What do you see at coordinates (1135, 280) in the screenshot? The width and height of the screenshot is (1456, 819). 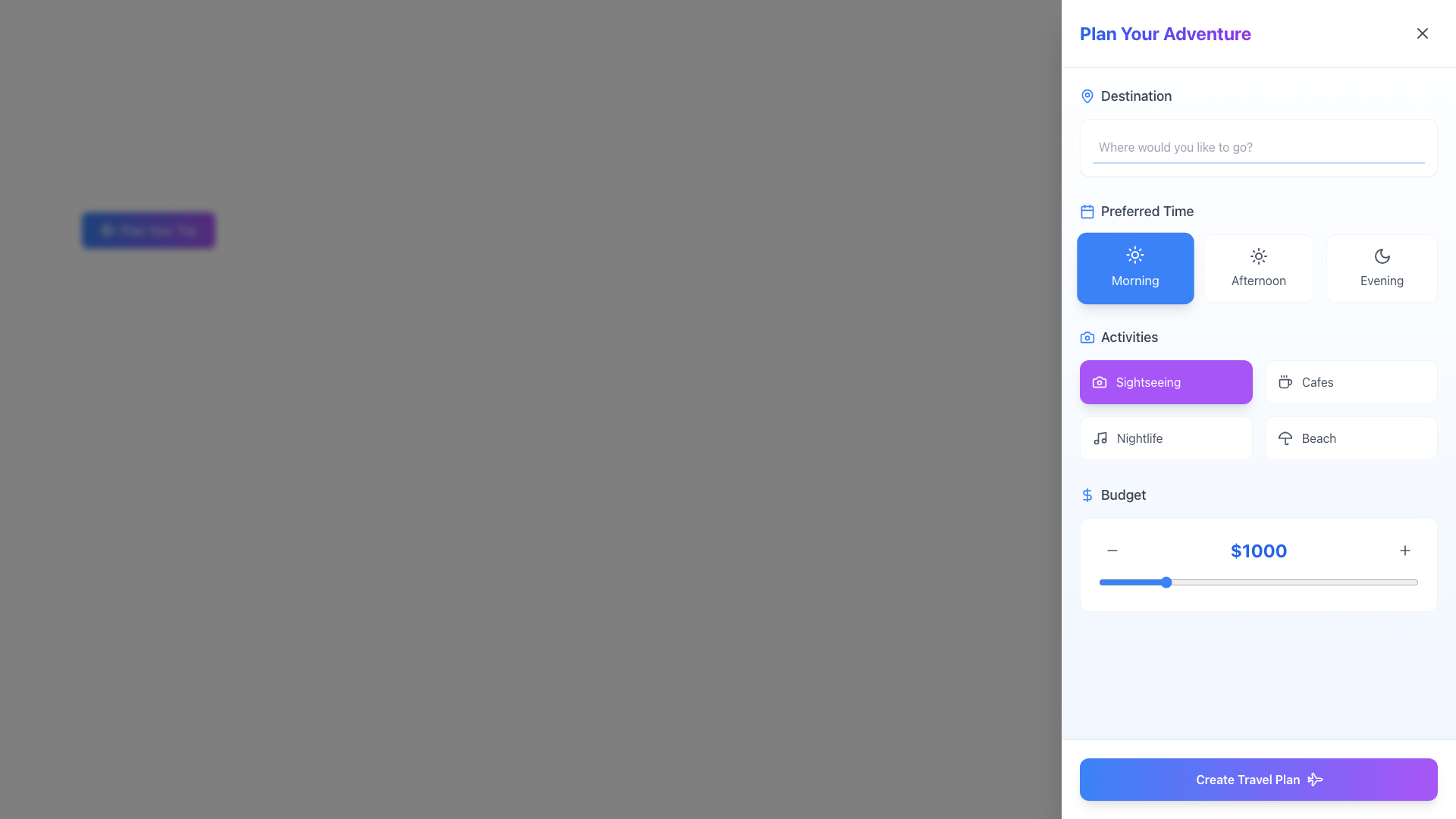 I see `the 'Morning' text label, which is the first option under the 'Preferred Time' section` at bounding box center [1135, 280].